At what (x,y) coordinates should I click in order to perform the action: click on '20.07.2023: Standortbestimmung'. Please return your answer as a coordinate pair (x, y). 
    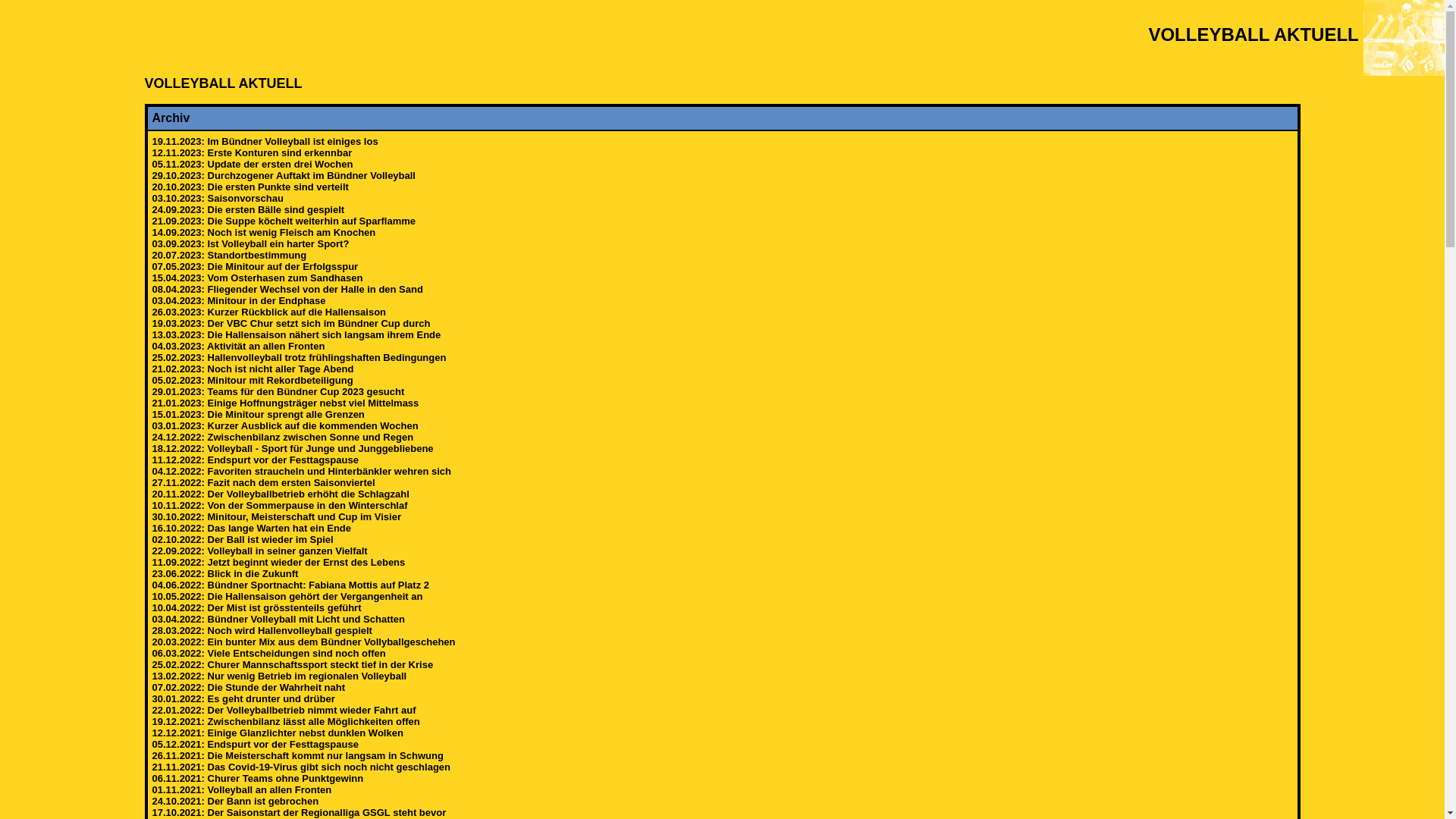
    Looking at the image, I should click on (228, 254).